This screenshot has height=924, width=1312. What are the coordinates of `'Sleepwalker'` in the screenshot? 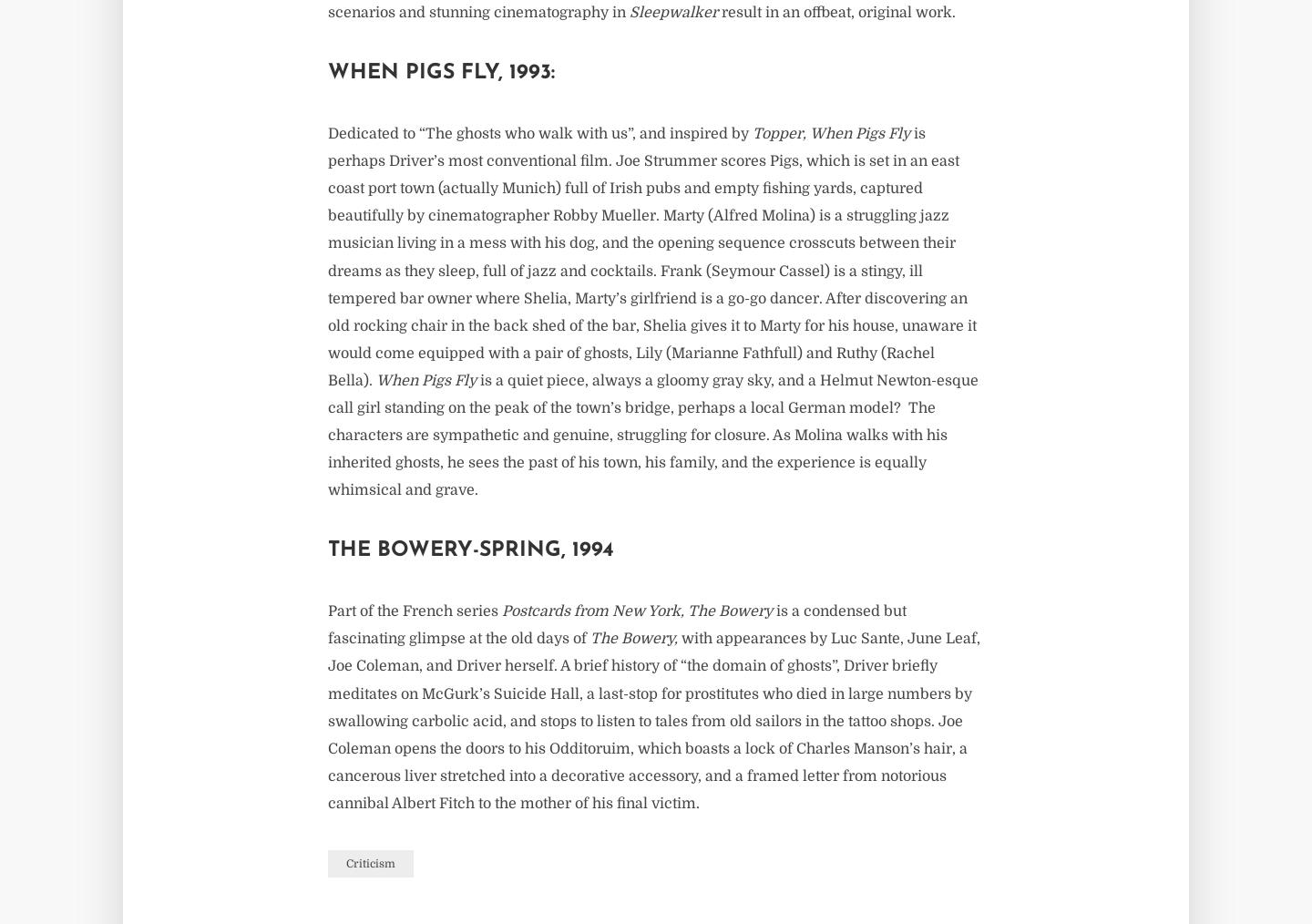 It's located at (672, 11).